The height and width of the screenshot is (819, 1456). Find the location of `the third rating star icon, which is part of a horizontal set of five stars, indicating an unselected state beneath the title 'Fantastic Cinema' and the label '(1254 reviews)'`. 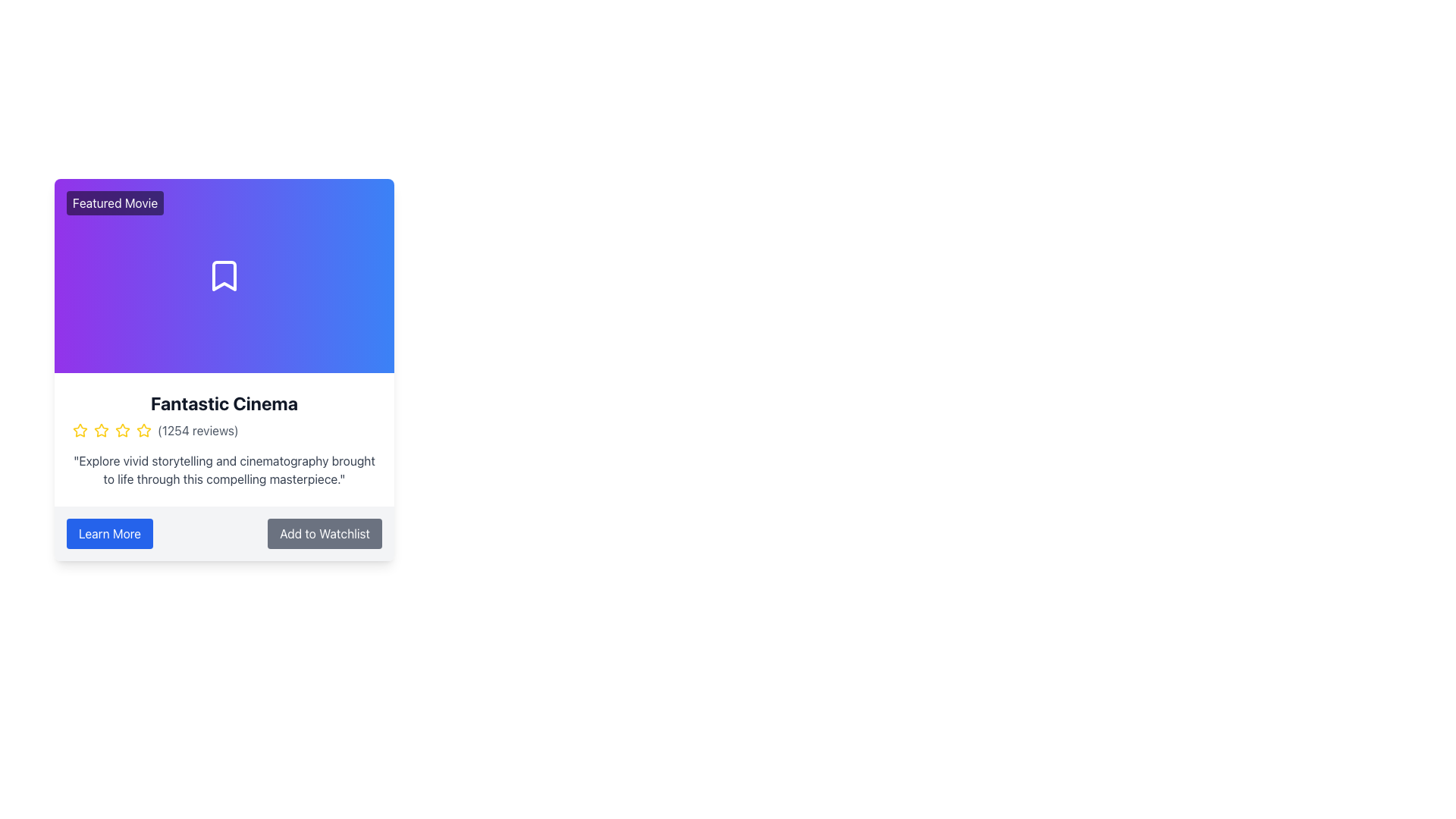

the third rating star icon, which is part of a horizontal set of five stars, indicating an unselected state beneath the title 'Fantastic Cinema' and the label '(1254 reviews)' is located at coordinates (123, 430).